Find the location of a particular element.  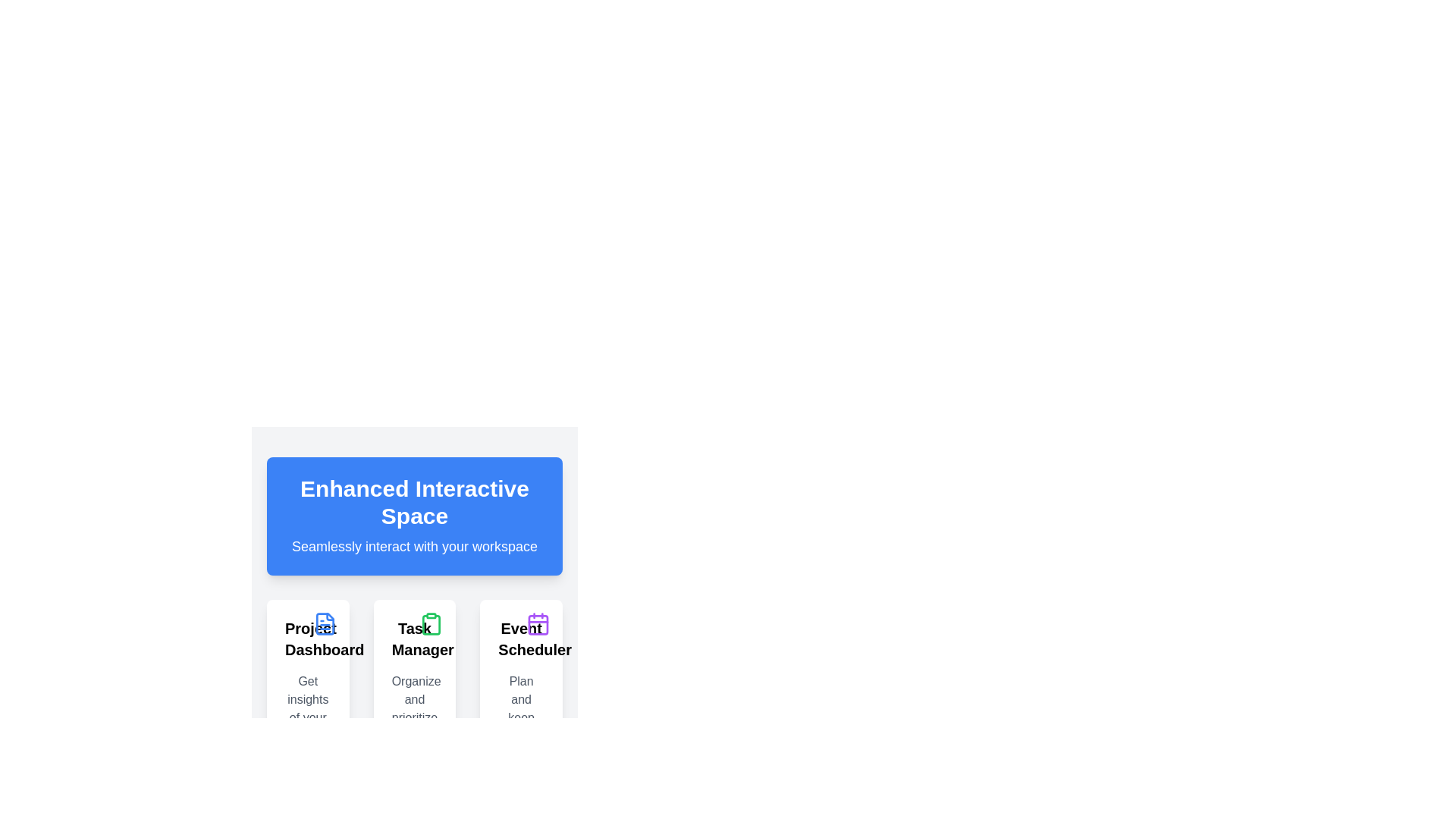

'Event Scheduler' text label, which is prominently displayed in bold at the upper-center of the event scheduling card located in the bottom-right section is located at coordinates (521, 639).